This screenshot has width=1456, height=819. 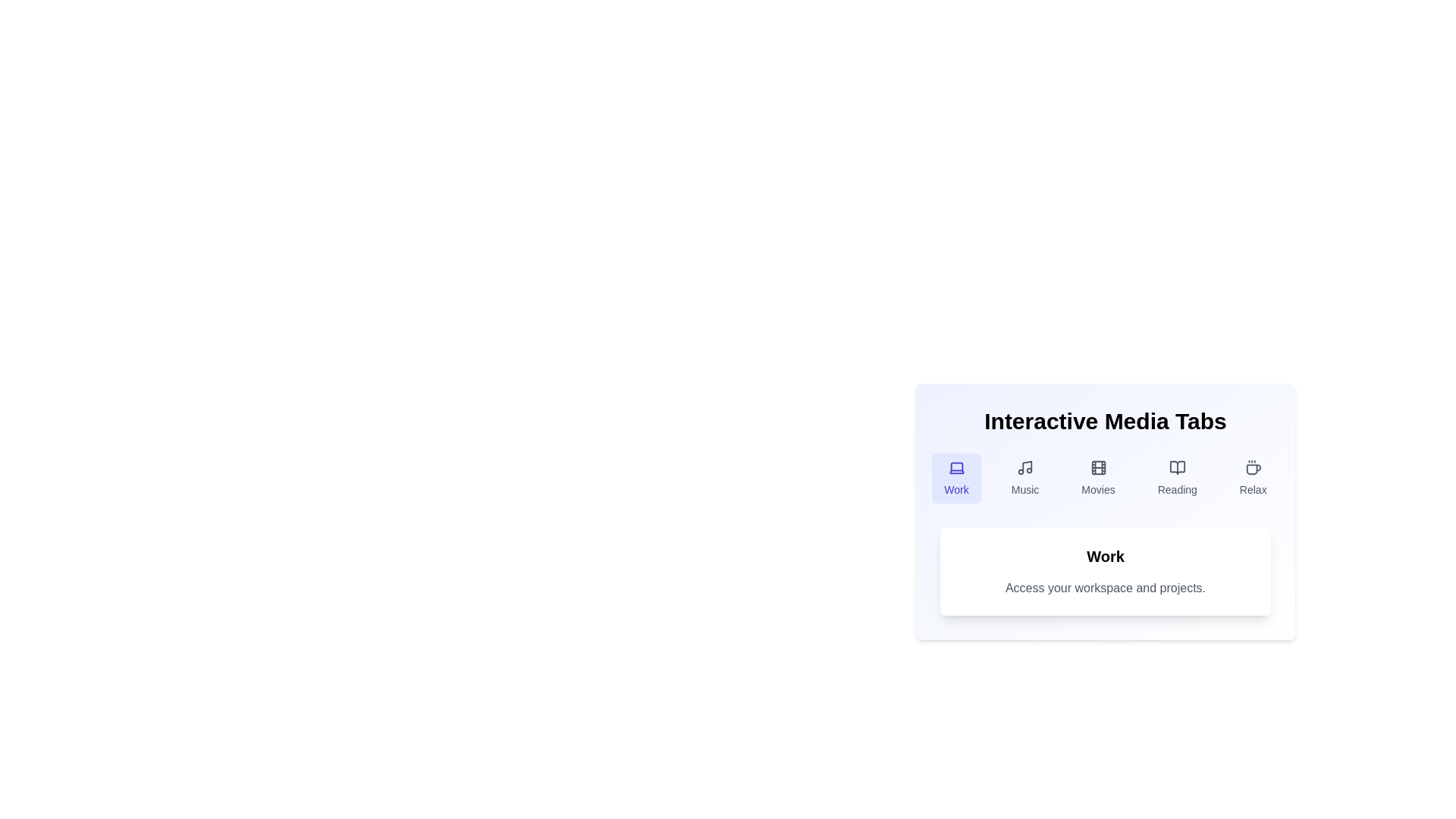 I want to click on the tab labeled Relax by clicking on it, so click(x=1253, y=479).